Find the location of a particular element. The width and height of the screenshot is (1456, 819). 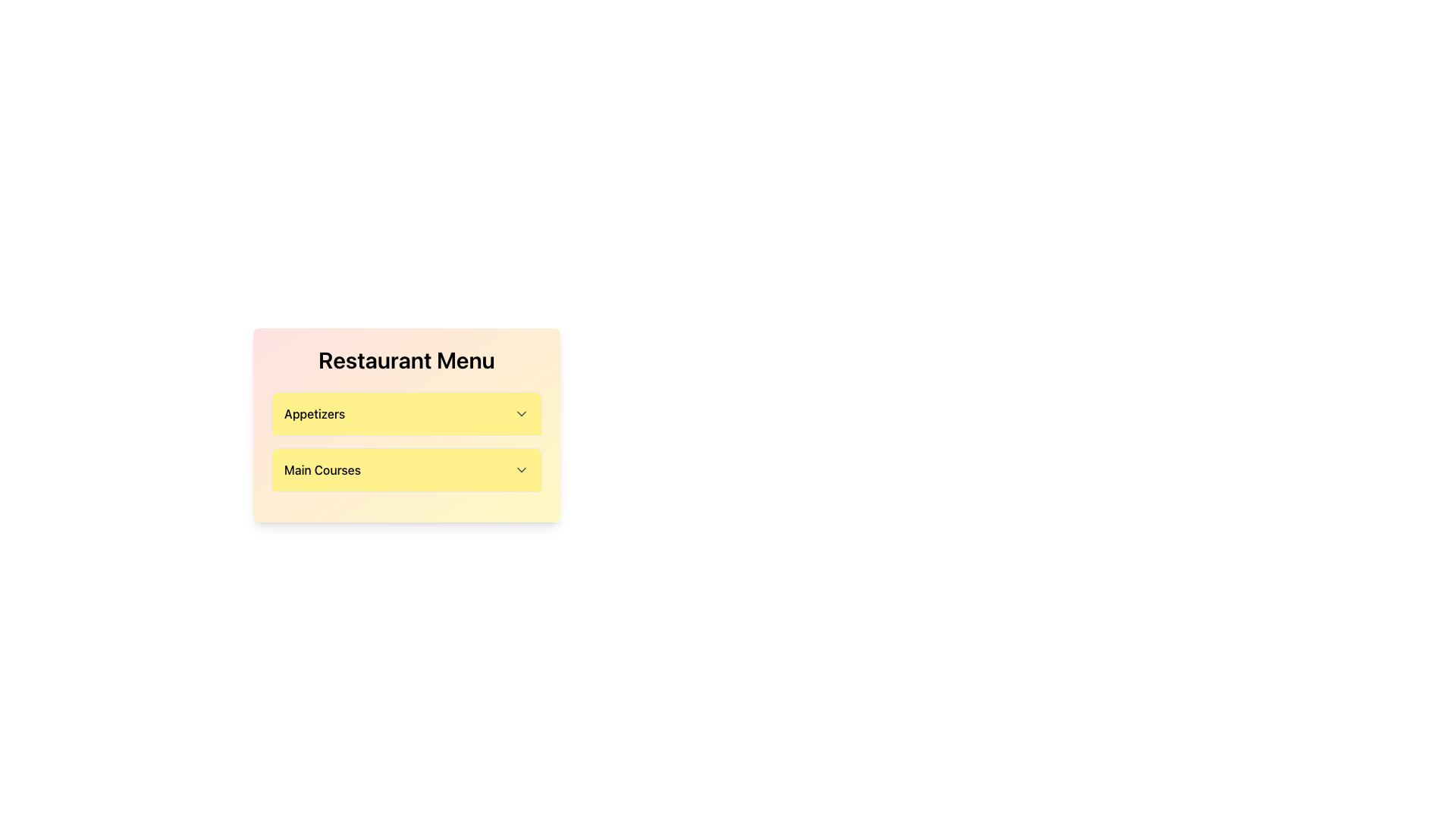

the Dropdown menu button located below the 'Restaurant Menu' header to highlight it is located at coordinates (406, 414).